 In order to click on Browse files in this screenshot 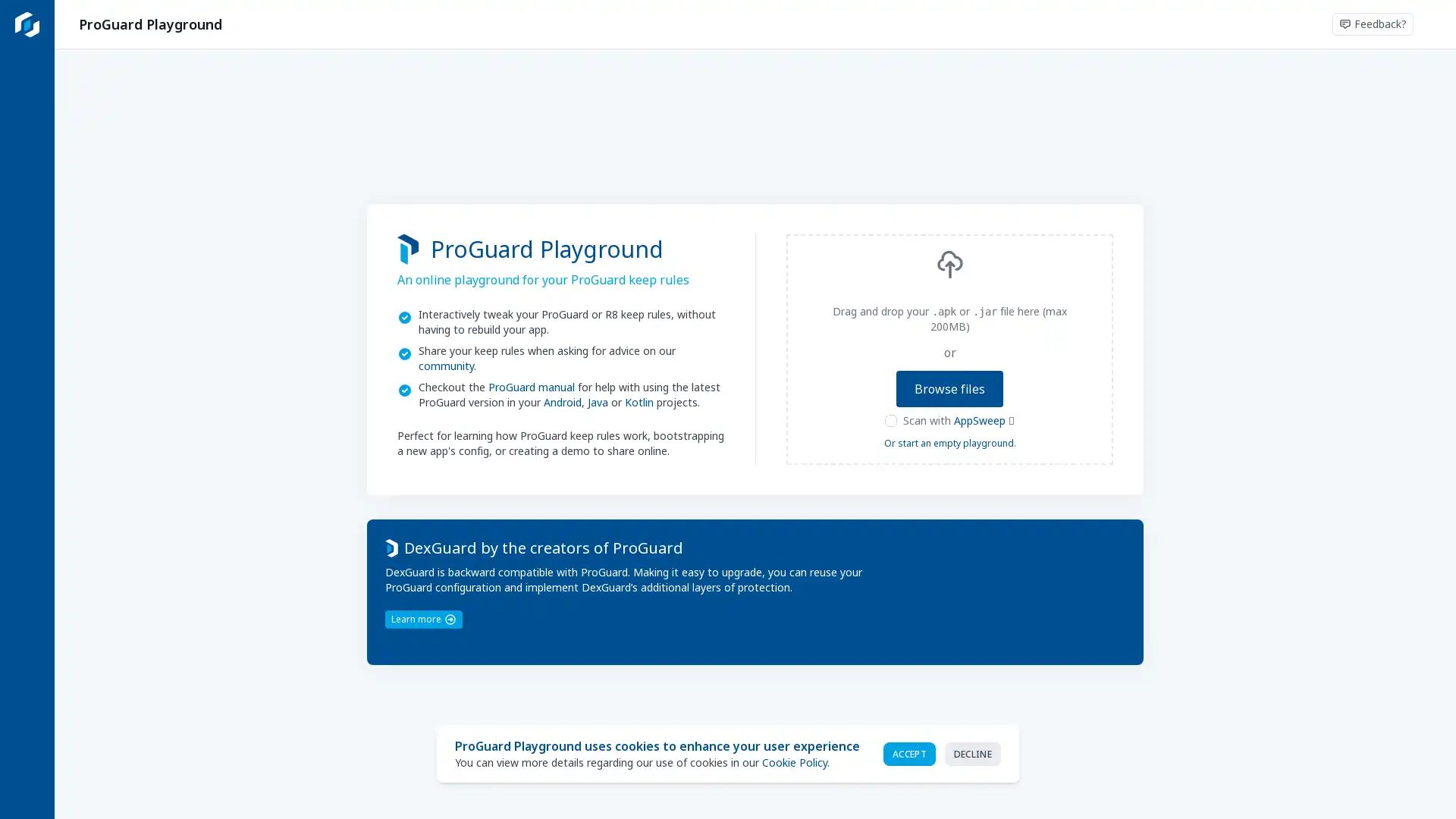, I will do `click(949, 388)`.